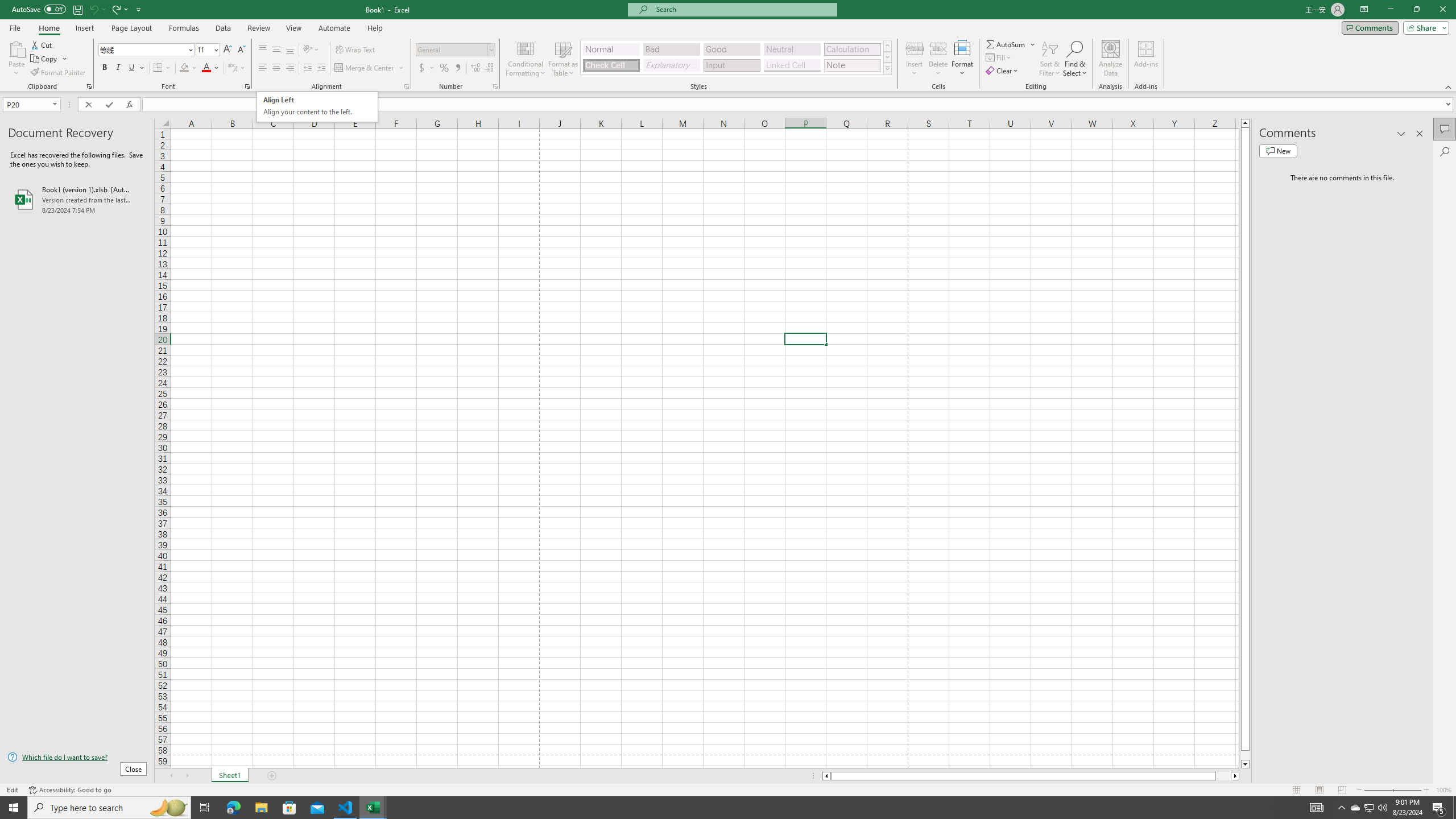 This screenshot has width=1456, height=819. Describe the element at coordinates (1444, 152) in the screenshot. I see `'Search'` at that location.